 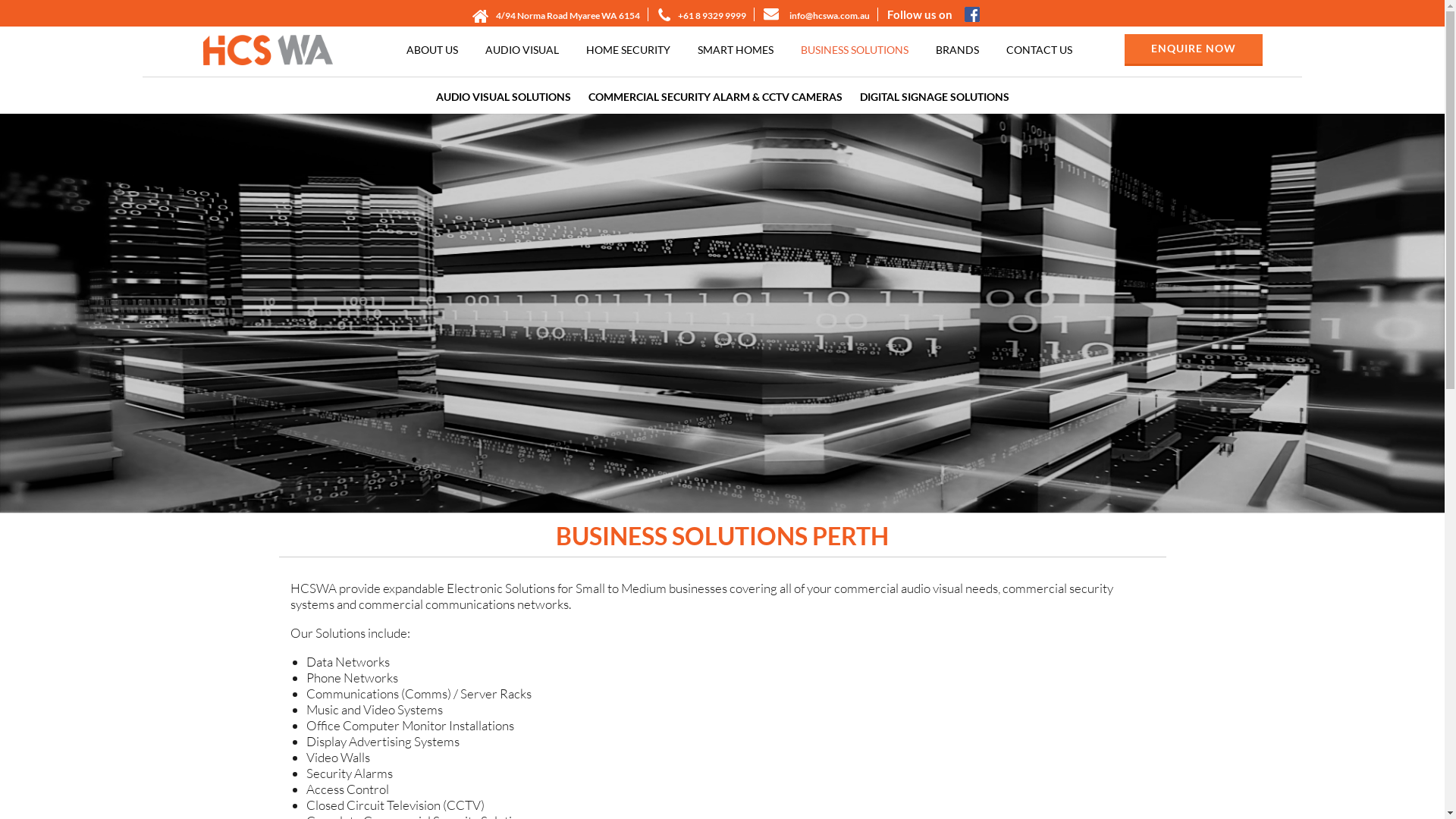 What do you see at coordinates (956, 49) in the screenshot?
I see `'BRANDS'` at bounding box center [956, 49].